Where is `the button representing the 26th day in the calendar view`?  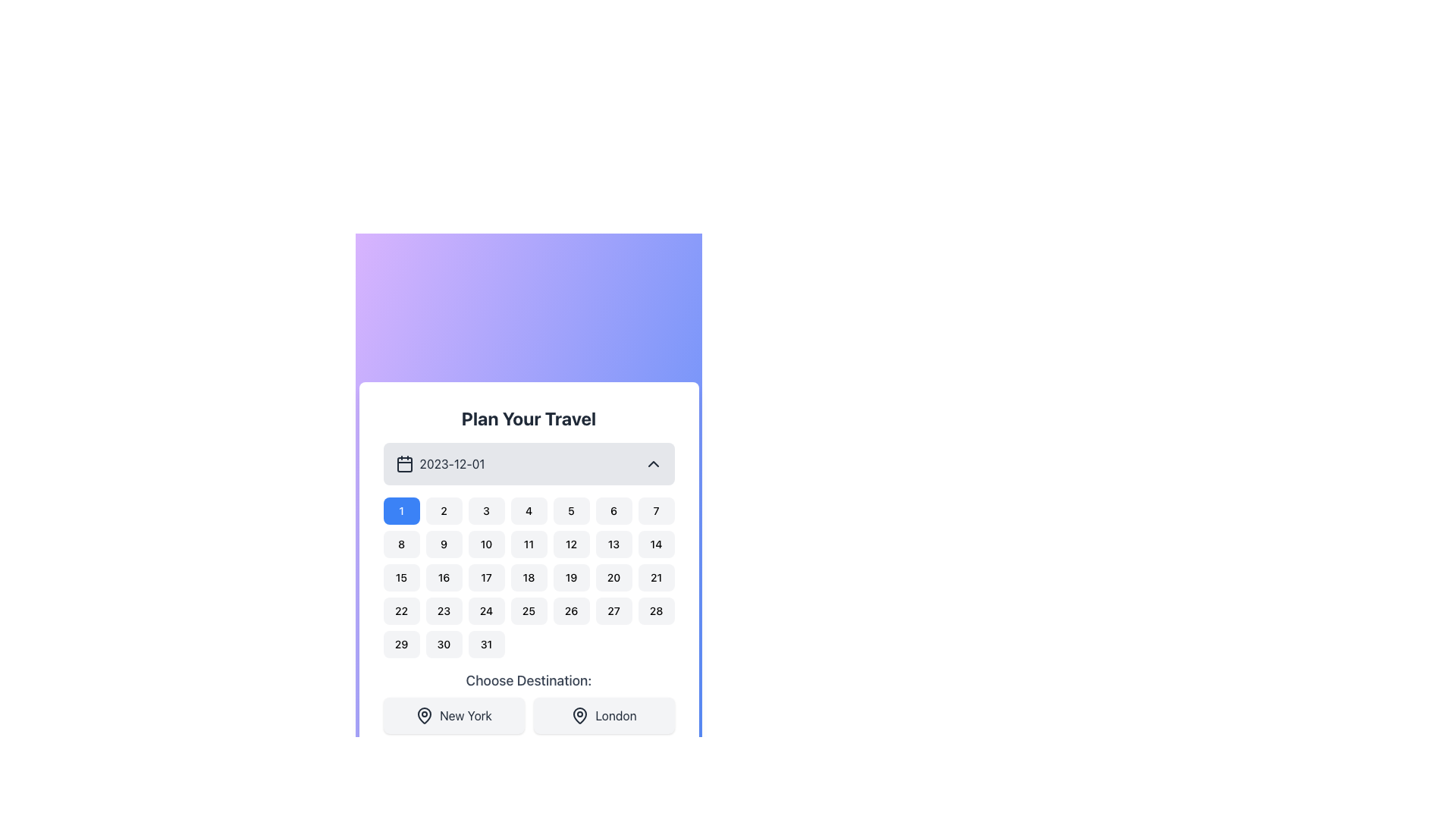 the button representing the 26th day in the calendar view is located at coordinates (570, 610).